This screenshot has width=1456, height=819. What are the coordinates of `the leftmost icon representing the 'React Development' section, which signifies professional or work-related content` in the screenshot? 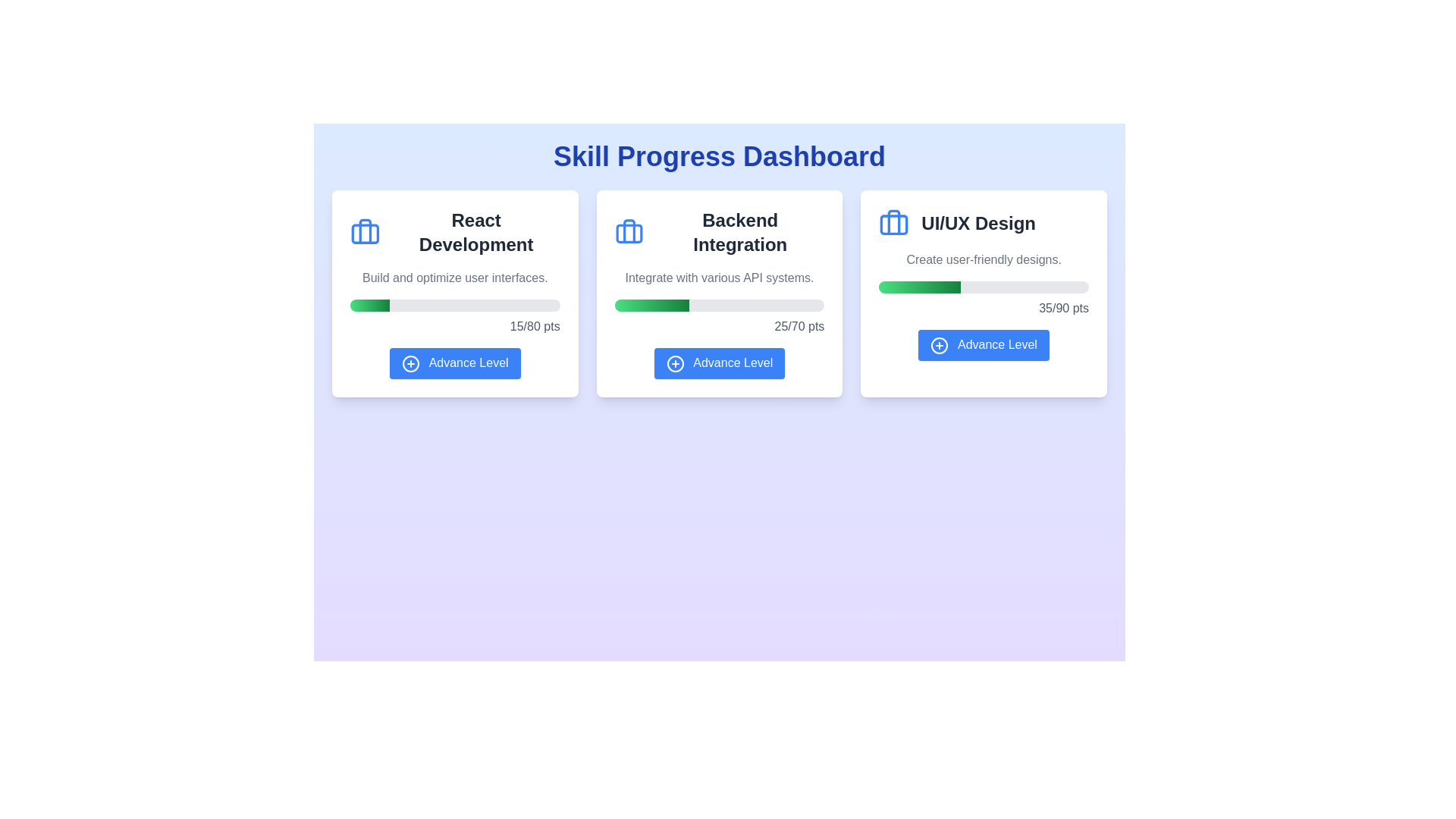 It's located at (365, 231).